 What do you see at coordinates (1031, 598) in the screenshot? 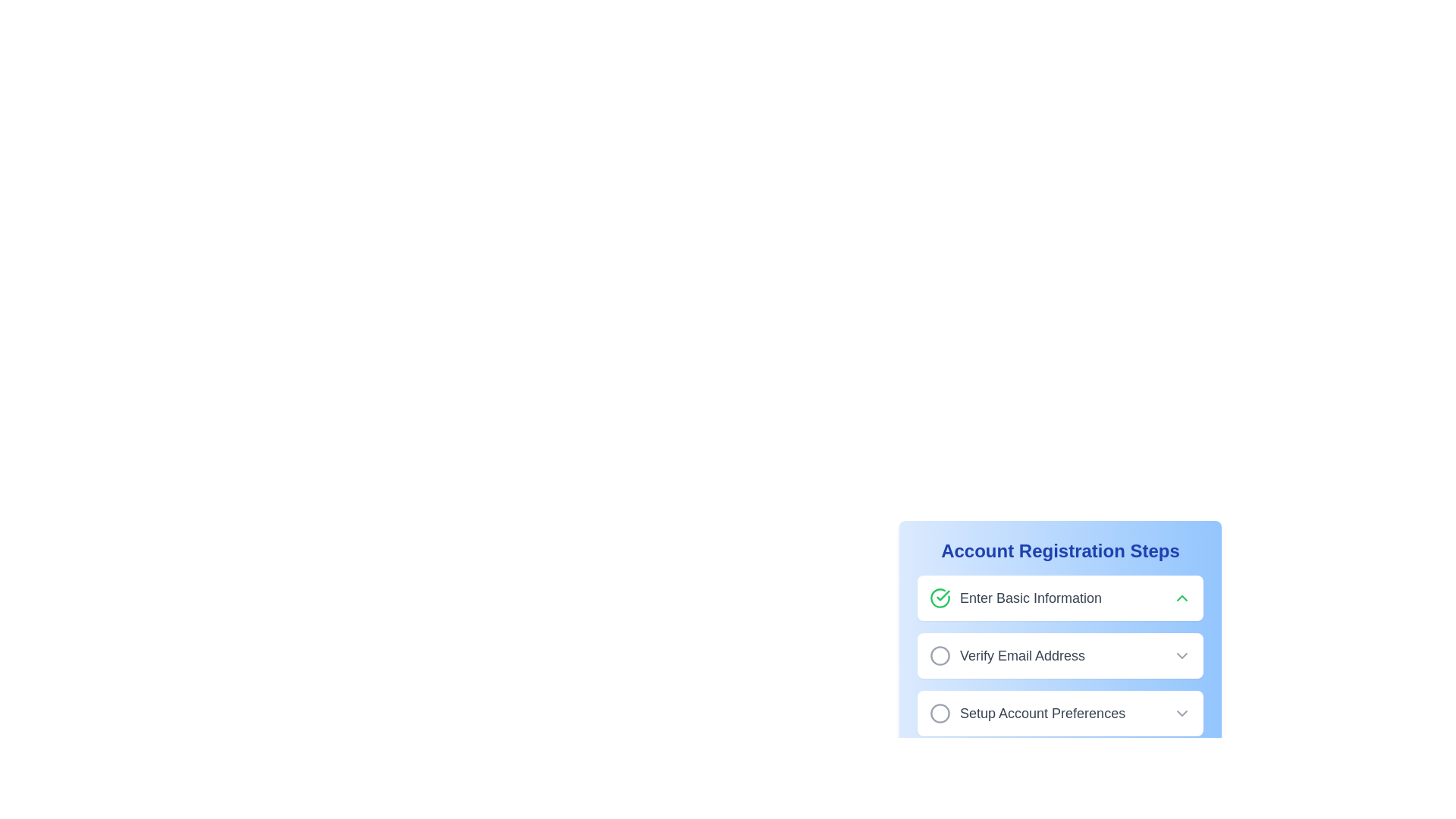
I see `the Static Text Label that reads 'Enter Basic Information', which is styled with gray color and positioned to the right of a green checkmark icon` at bounding box center [1031, 598].